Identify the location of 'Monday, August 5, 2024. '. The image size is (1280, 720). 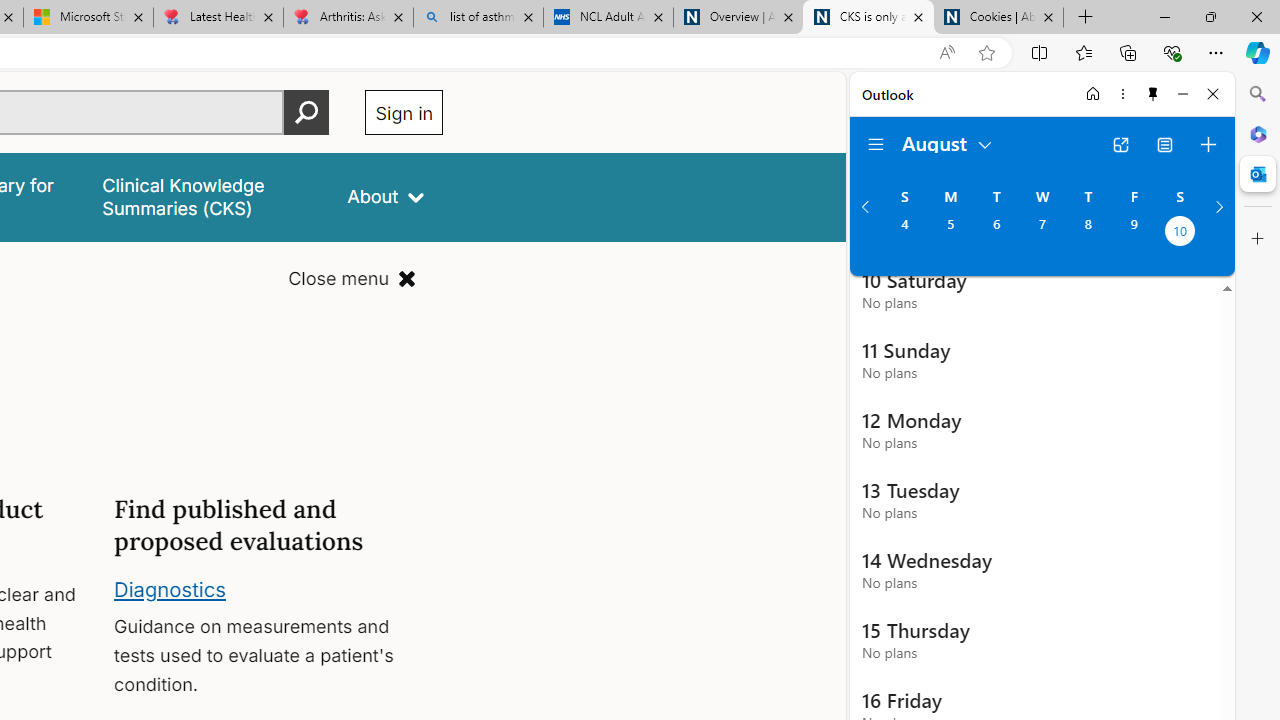
(949, 232).